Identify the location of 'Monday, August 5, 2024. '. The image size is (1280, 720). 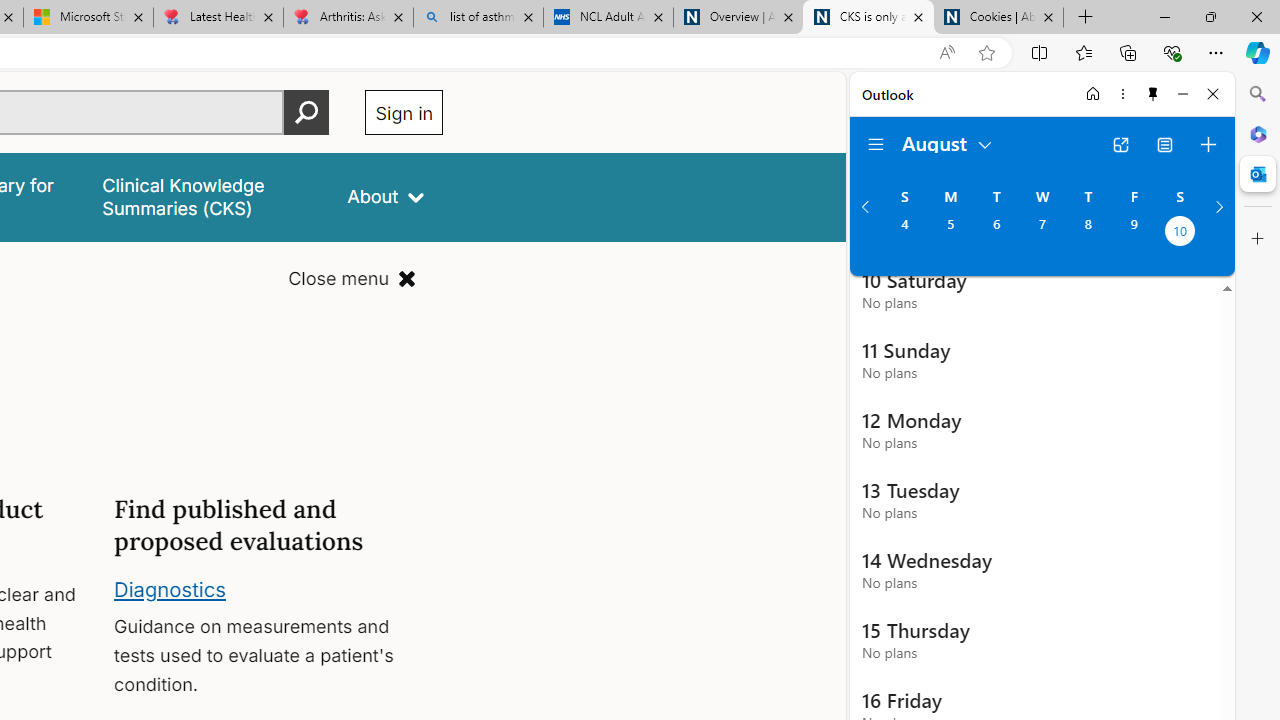
(949, 232).